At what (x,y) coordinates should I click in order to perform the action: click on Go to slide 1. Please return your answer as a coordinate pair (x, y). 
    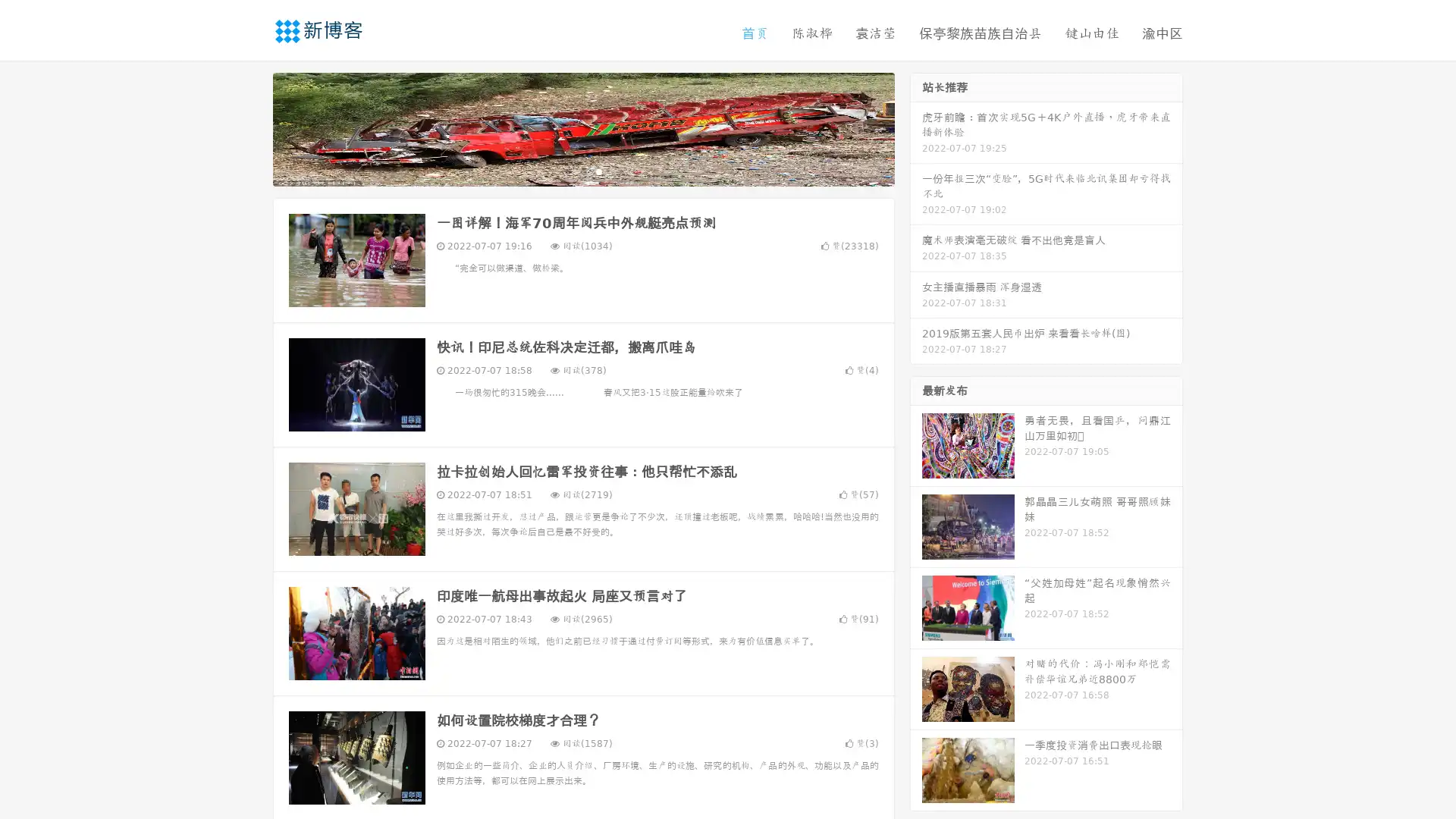
    Looking at the image, I should click on (567, 171).